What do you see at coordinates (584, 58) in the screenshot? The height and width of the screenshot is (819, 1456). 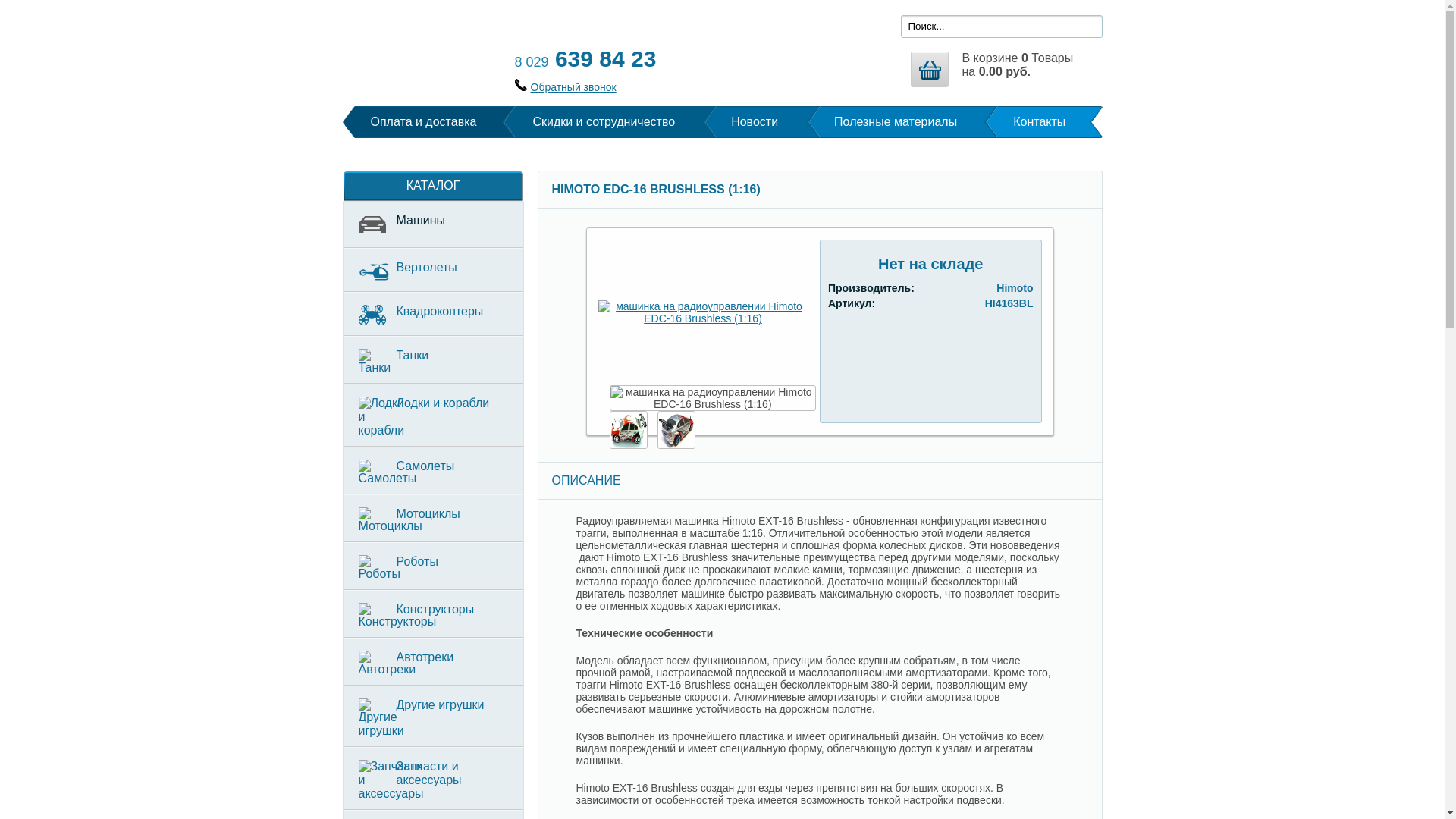 I see `'8 029 639 84 23'` at bounding box center [584, 58].